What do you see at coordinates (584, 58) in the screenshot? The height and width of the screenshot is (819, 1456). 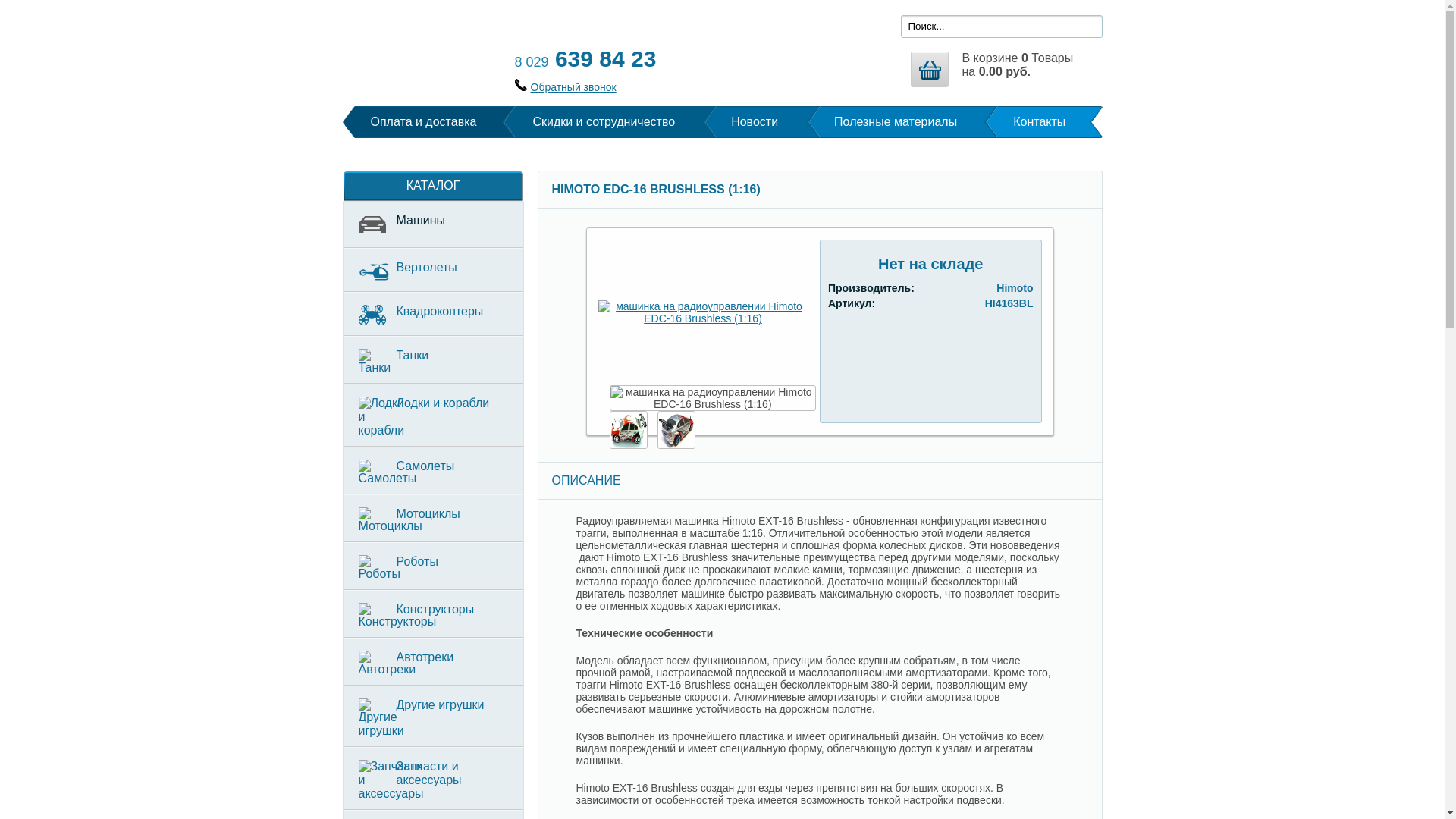 I see `'8 029 639 84 23'` at bounding box center [584, 58].